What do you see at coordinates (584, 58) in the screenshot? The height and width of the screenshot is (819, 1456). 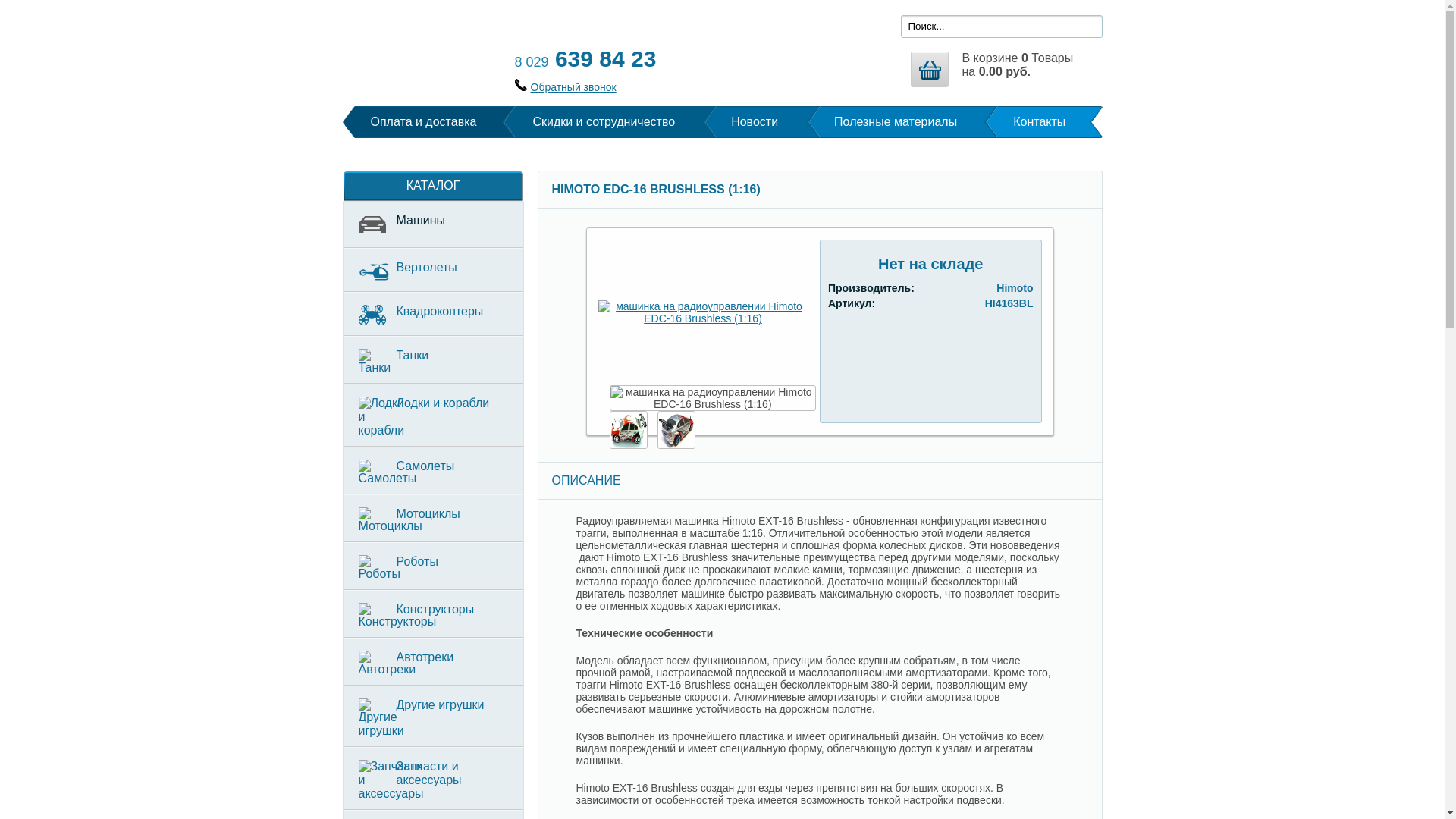 I see `'8 029 639 84 23'` at bounding box center [584, 58].